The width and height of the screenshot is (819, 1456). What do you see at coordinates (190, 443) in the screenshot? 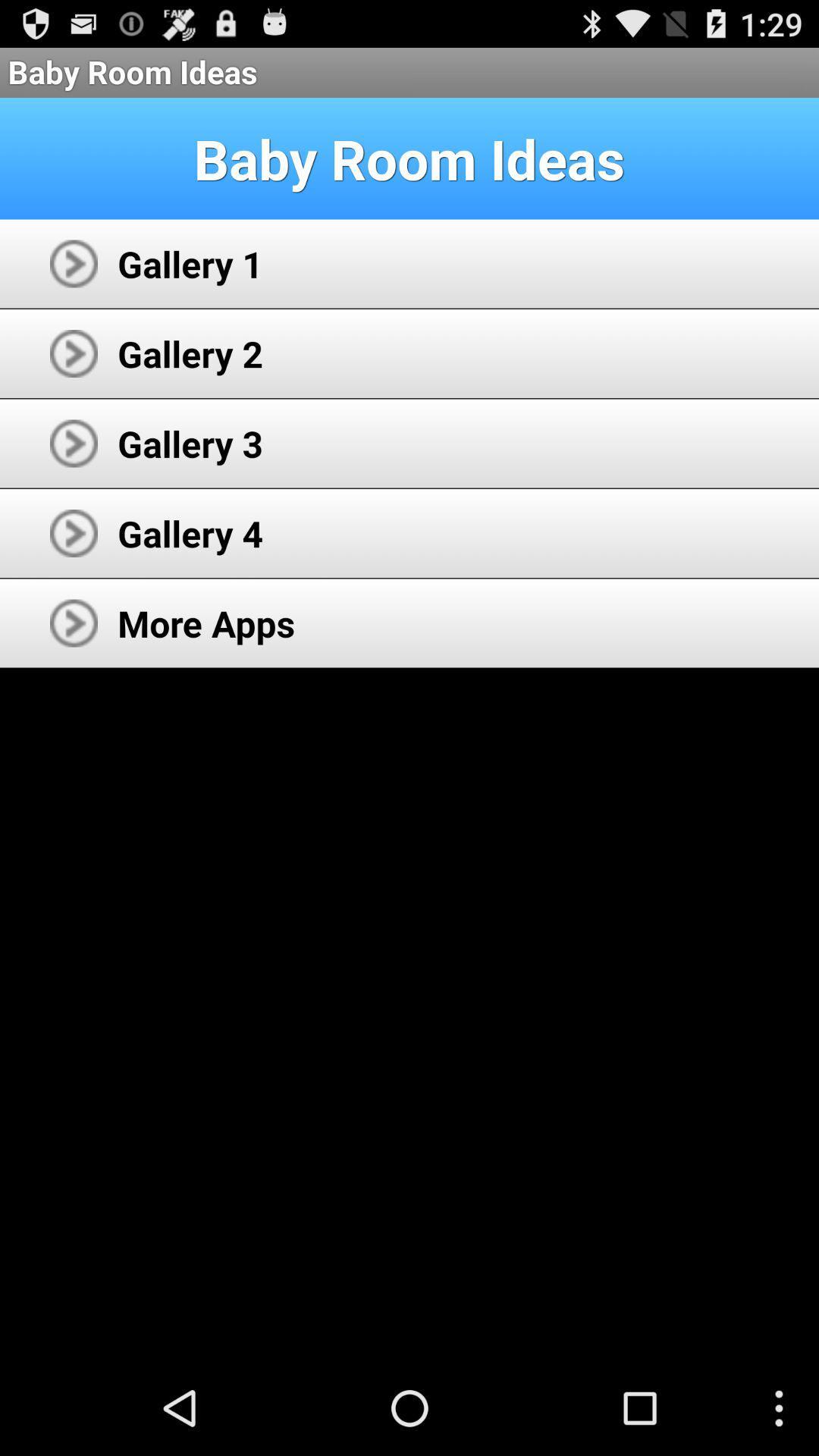
I see `gallery 3 app` at bounding box center [190, 443].